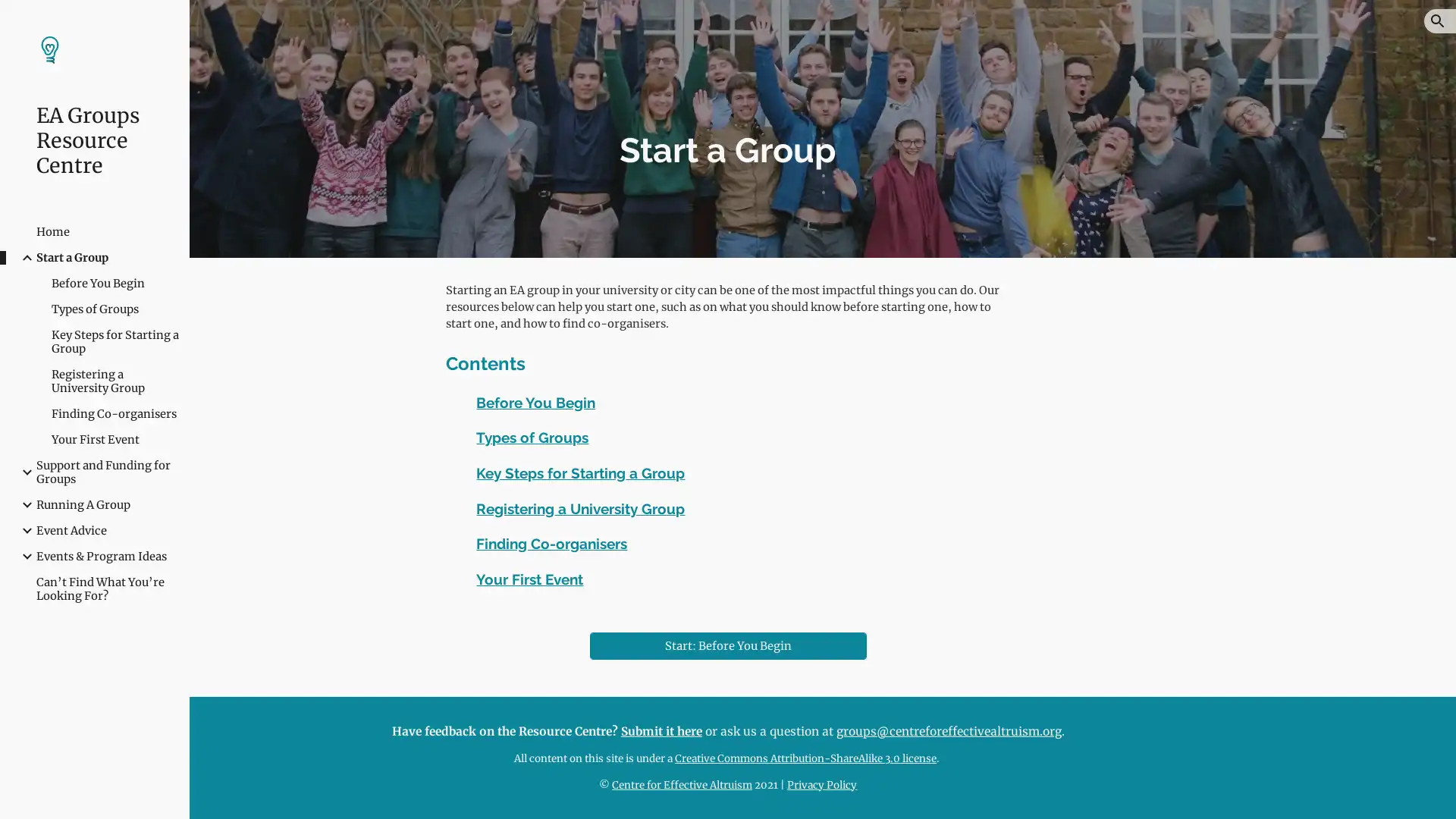  I want to click on Copy heading link, so click(706, 400).